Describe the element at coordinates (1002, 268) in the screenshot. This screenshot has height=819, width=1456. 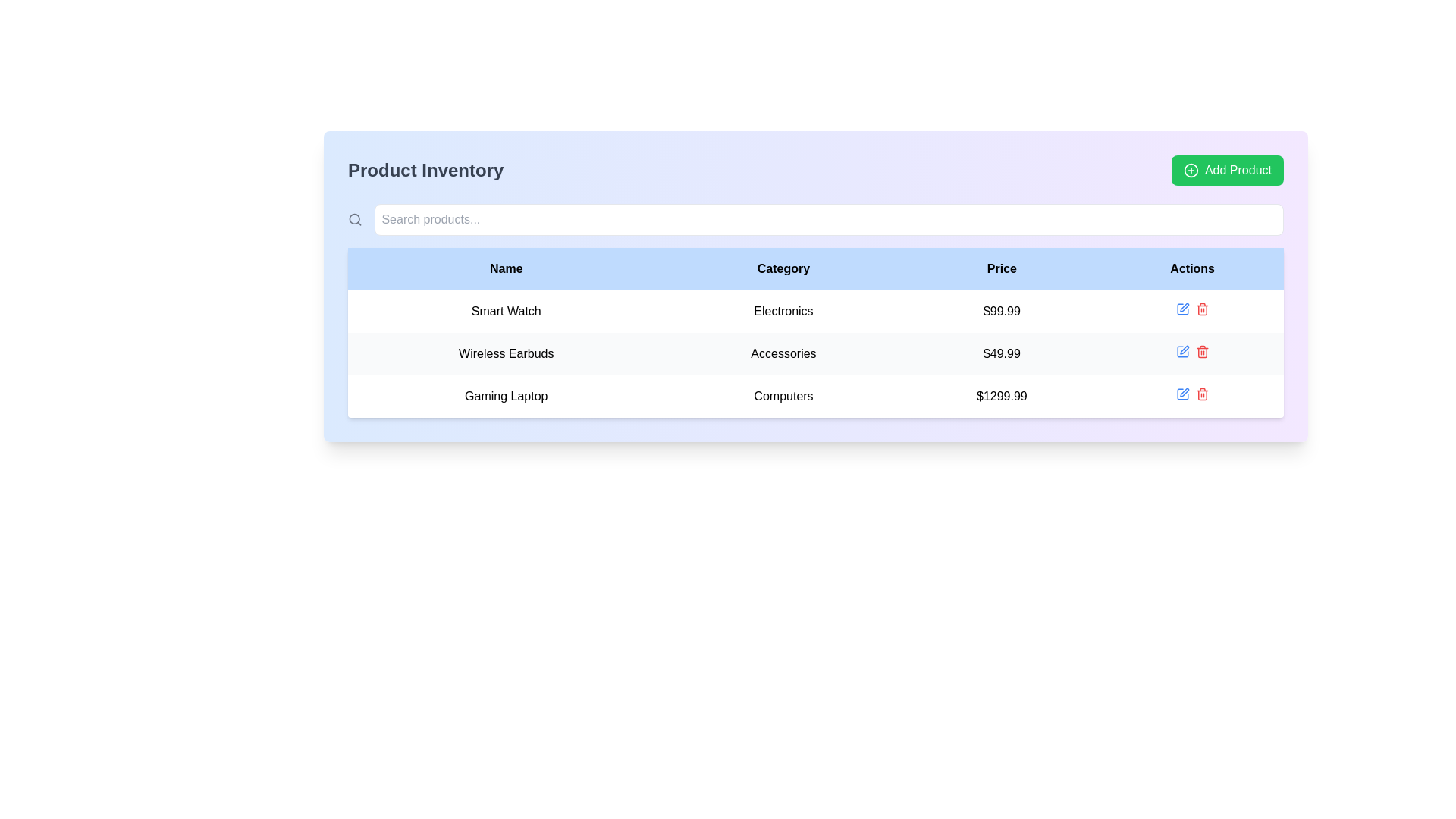
I see `the 'Price' text label, which is a rectangular section with a light blue background and bold, black font, centrally positioned within the third column header of the grid interface` at that location.